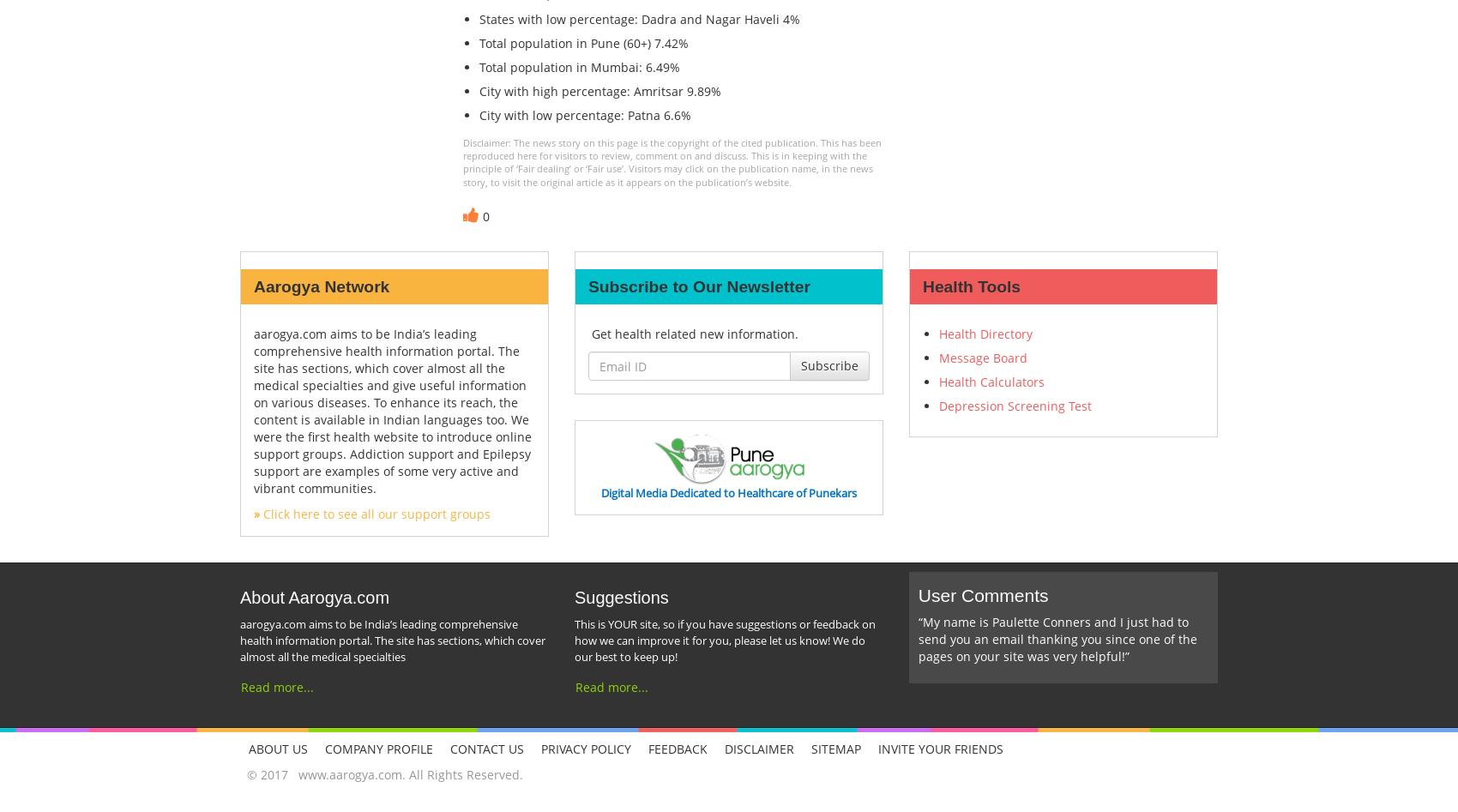 This screenshot has width=1458, height=812. I want to click on '“My name is Paulette Conners and I just had to send you an email thanking you since one of the pages on your site was very helpful!”', so click(1056, 637).